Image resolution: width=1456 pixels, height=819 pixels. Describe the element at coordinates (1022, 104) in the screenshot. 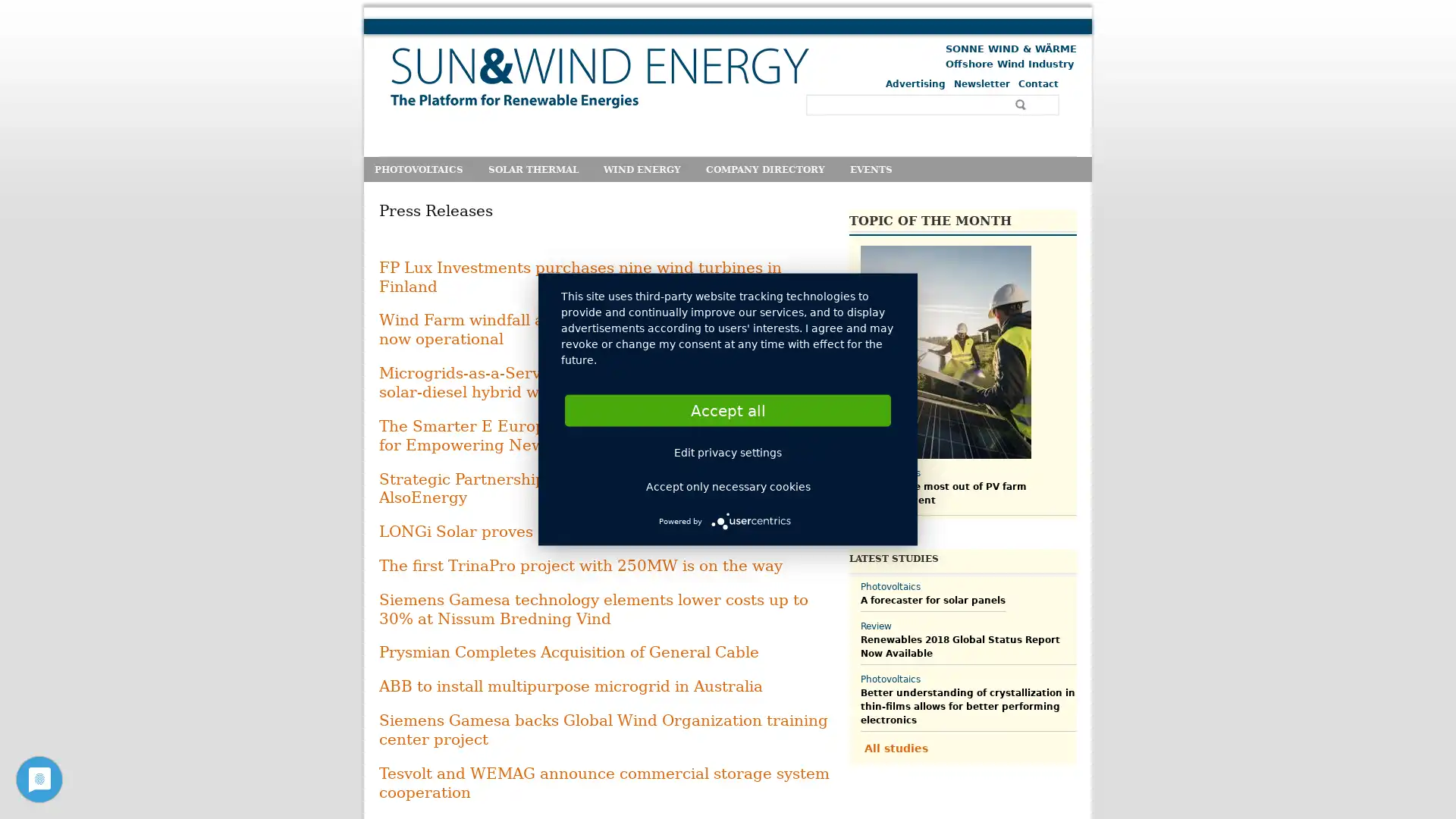

I see `Search` at that location.